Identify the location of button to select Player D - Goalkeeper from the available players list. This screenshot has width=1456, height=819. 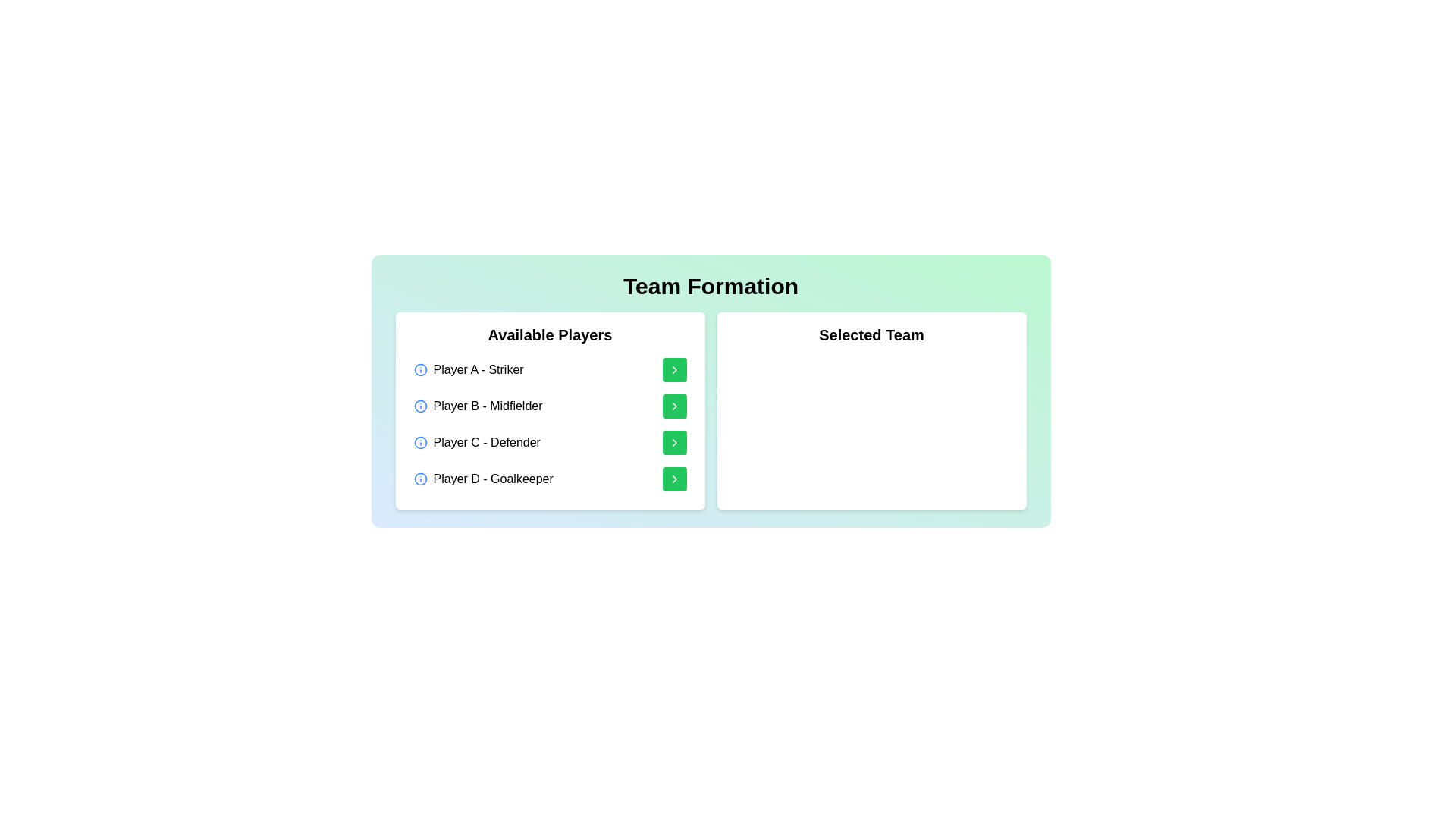
(673, 479).